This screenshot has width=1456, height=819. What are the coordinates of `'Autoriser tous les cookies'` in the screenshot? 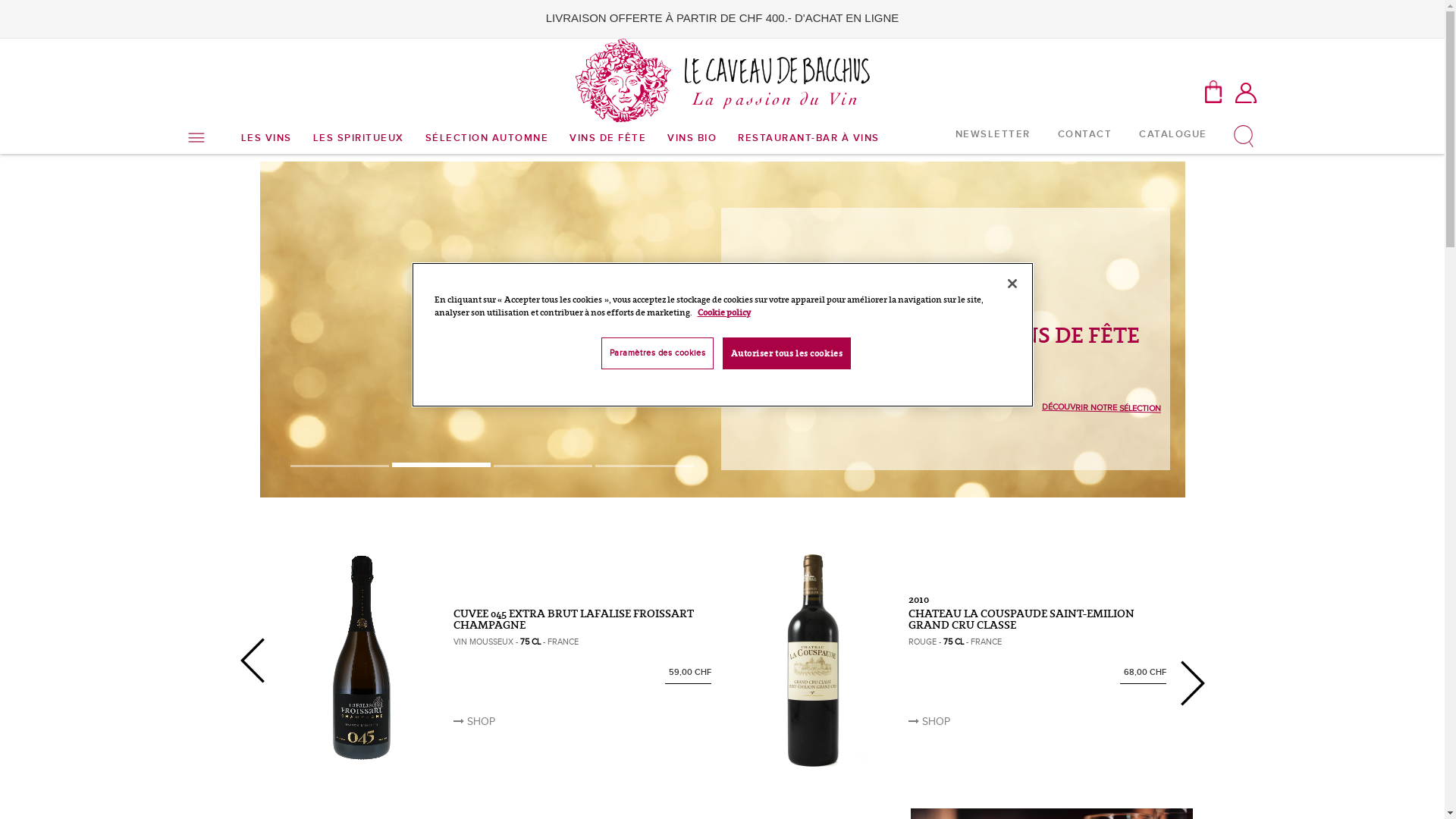 It's located at (720, 353).